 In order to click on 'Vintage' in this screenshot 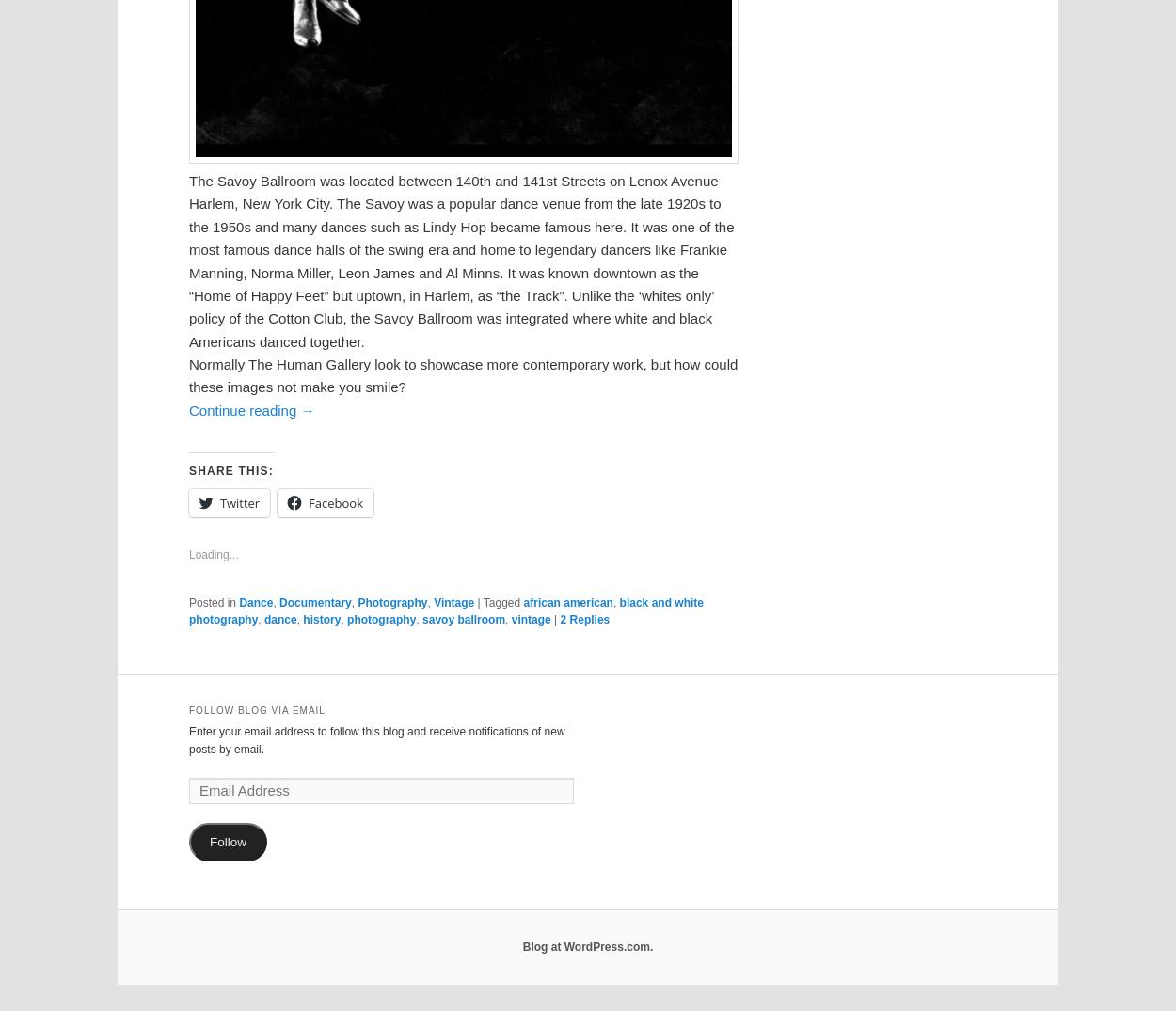, I will do `click(453, 603)`.